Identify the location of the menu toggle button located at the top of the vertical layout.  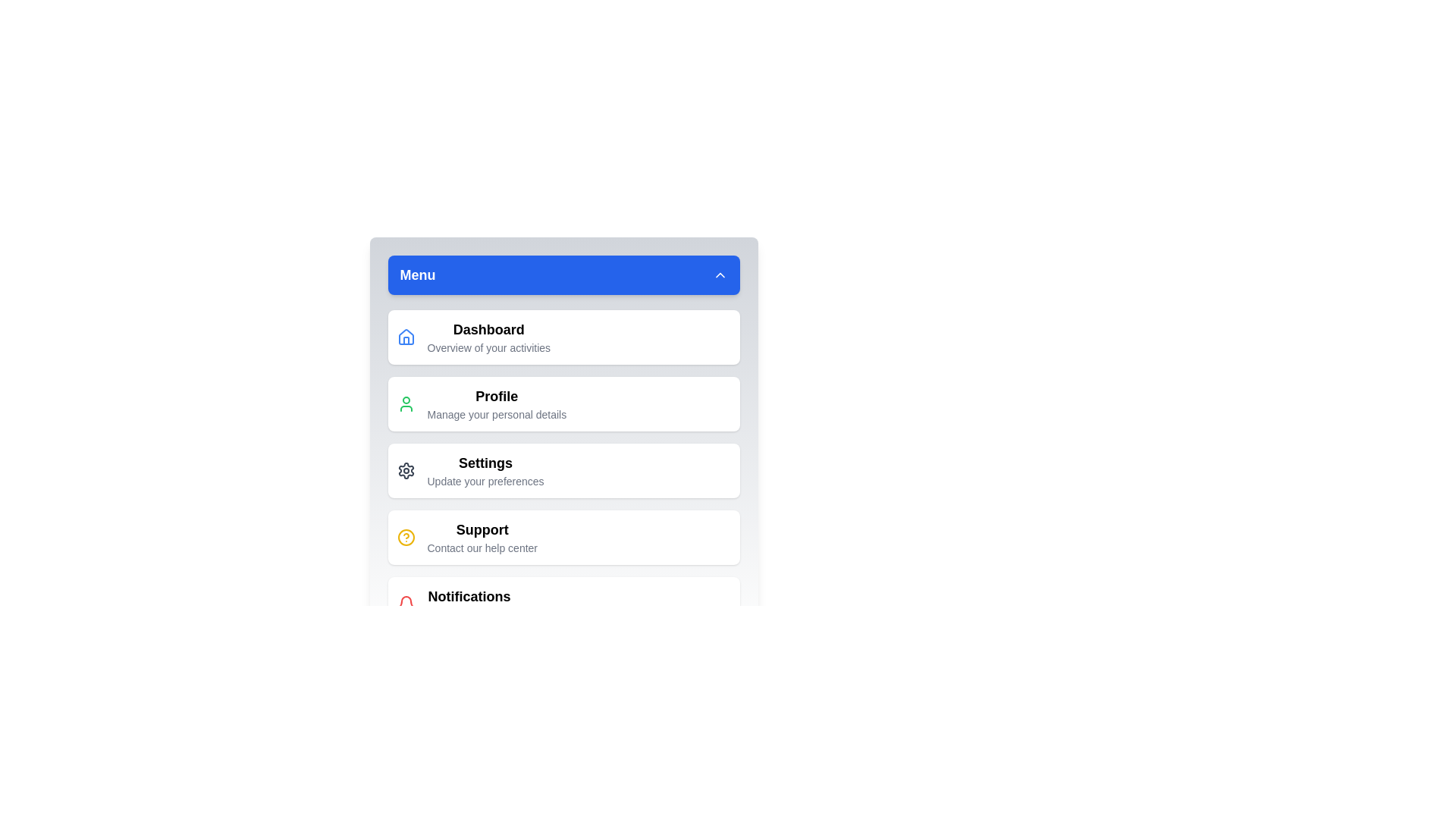
(563, 275).